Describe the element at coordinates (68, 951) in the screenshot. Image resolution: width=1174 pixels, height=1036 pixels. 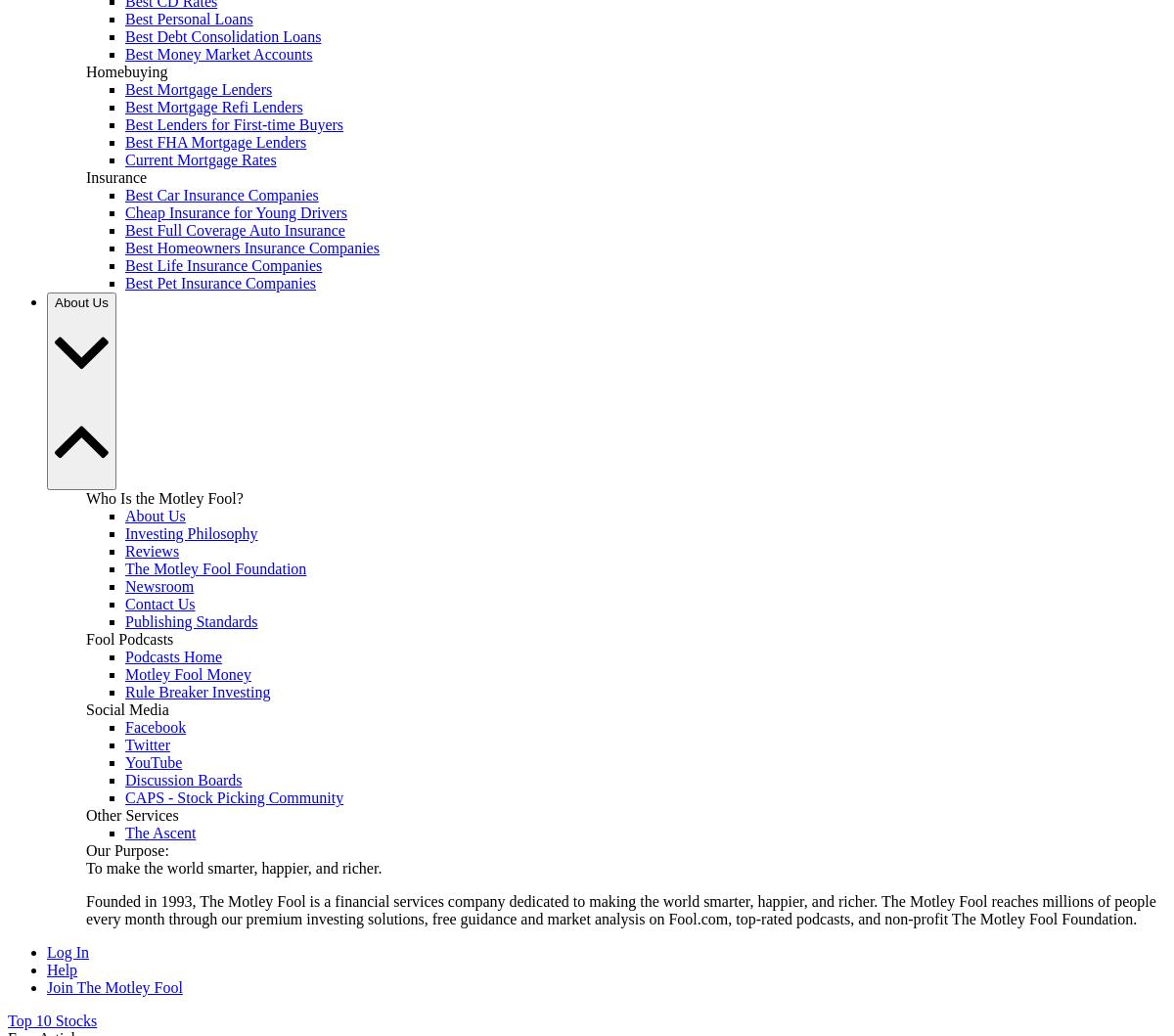
I see `'Log In'` at that location.